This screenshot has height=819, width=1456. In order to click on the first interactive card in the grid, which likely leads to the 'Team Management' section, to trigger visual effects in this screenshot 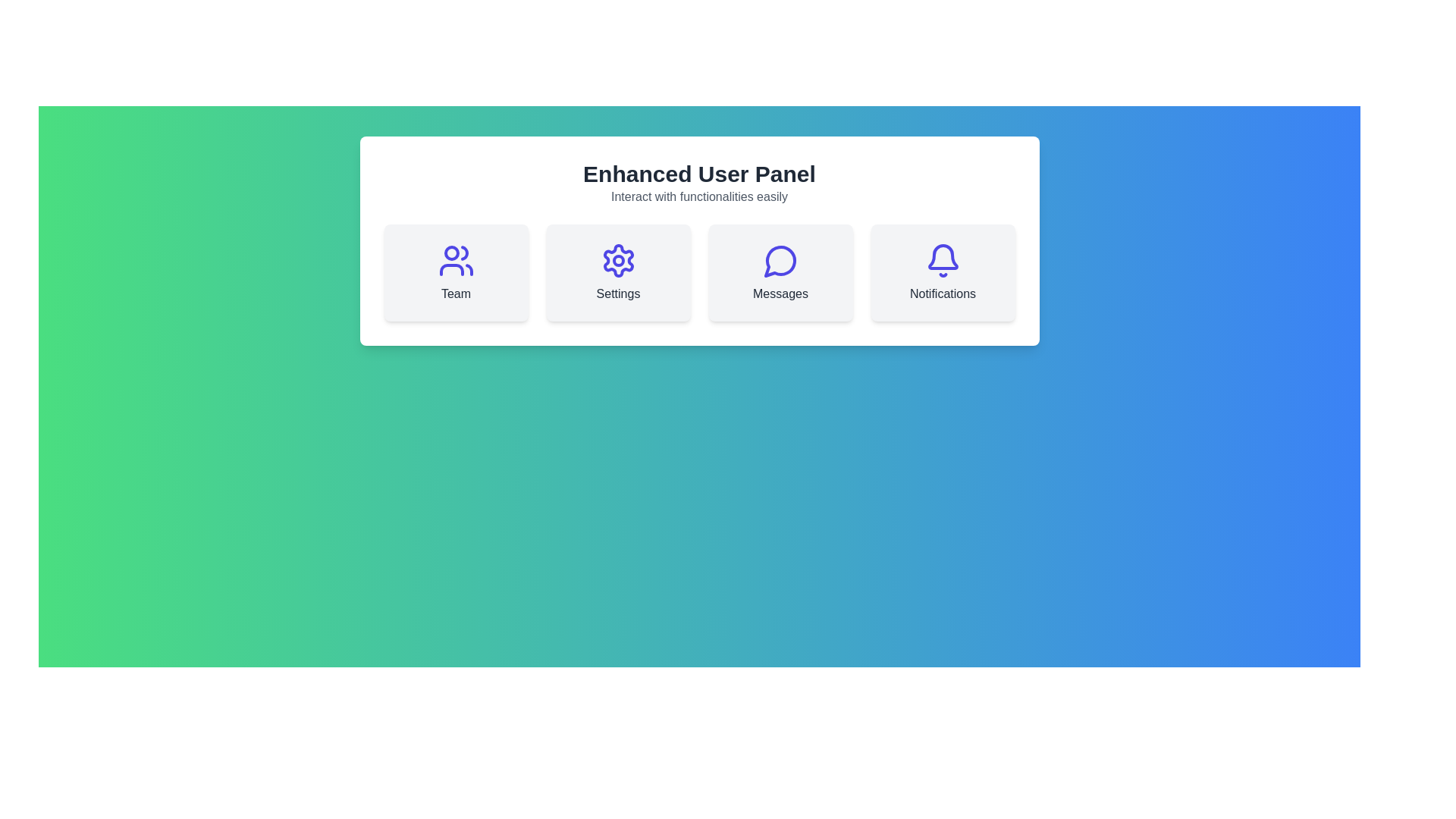, I will do `click(455, 271)`.